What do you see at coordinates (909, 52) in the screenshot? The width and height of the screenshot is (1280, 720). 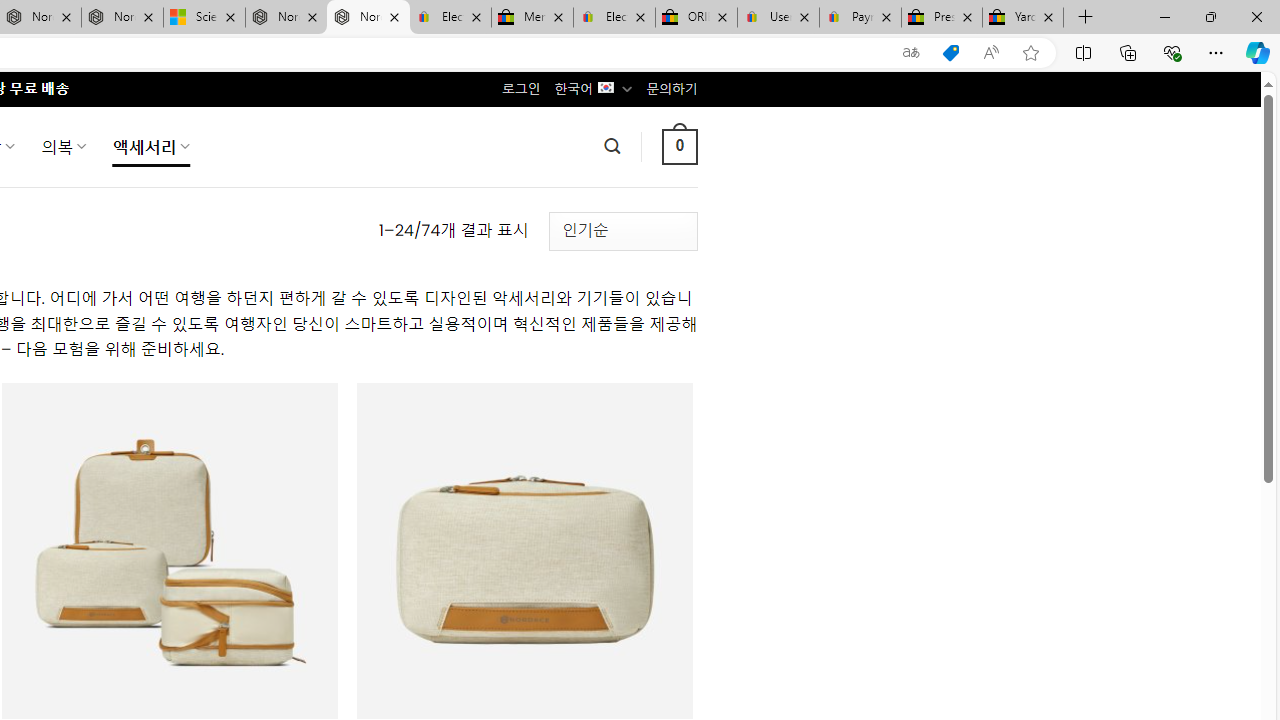 I see `'Show translate options'` at bounding box center [909, 52].